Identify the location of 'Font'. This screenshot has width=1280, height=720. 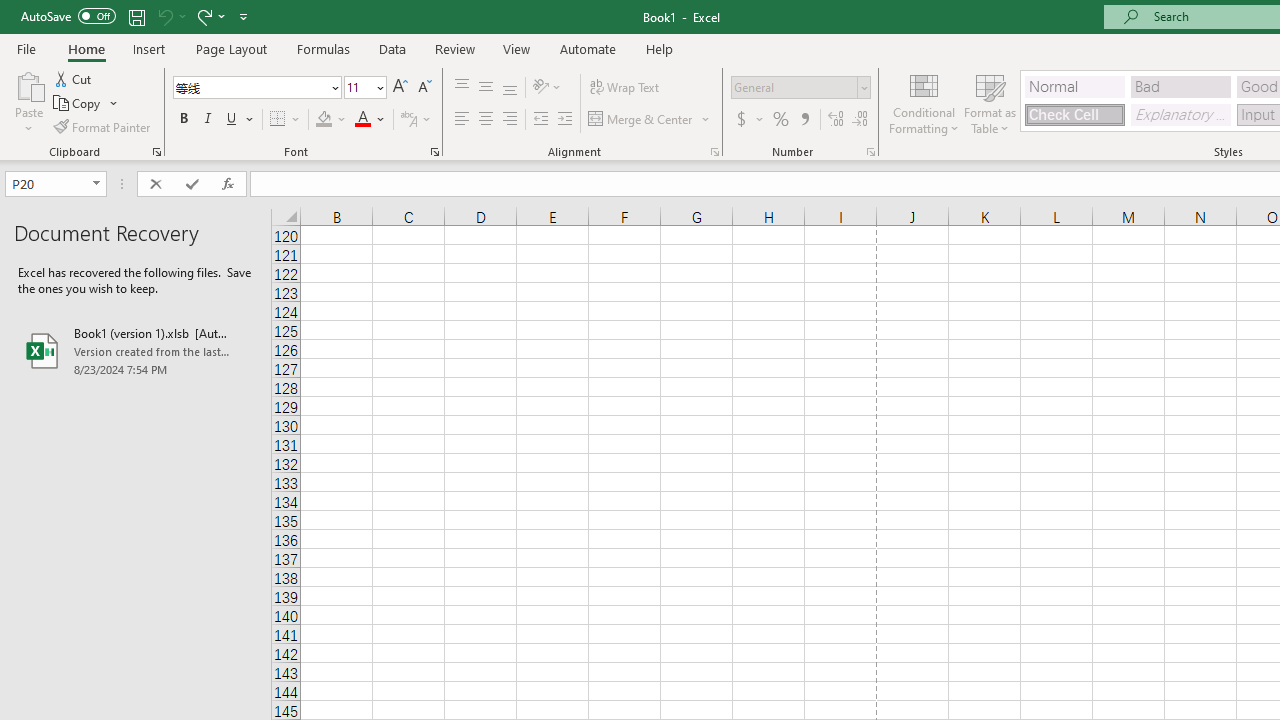
(249, 86).